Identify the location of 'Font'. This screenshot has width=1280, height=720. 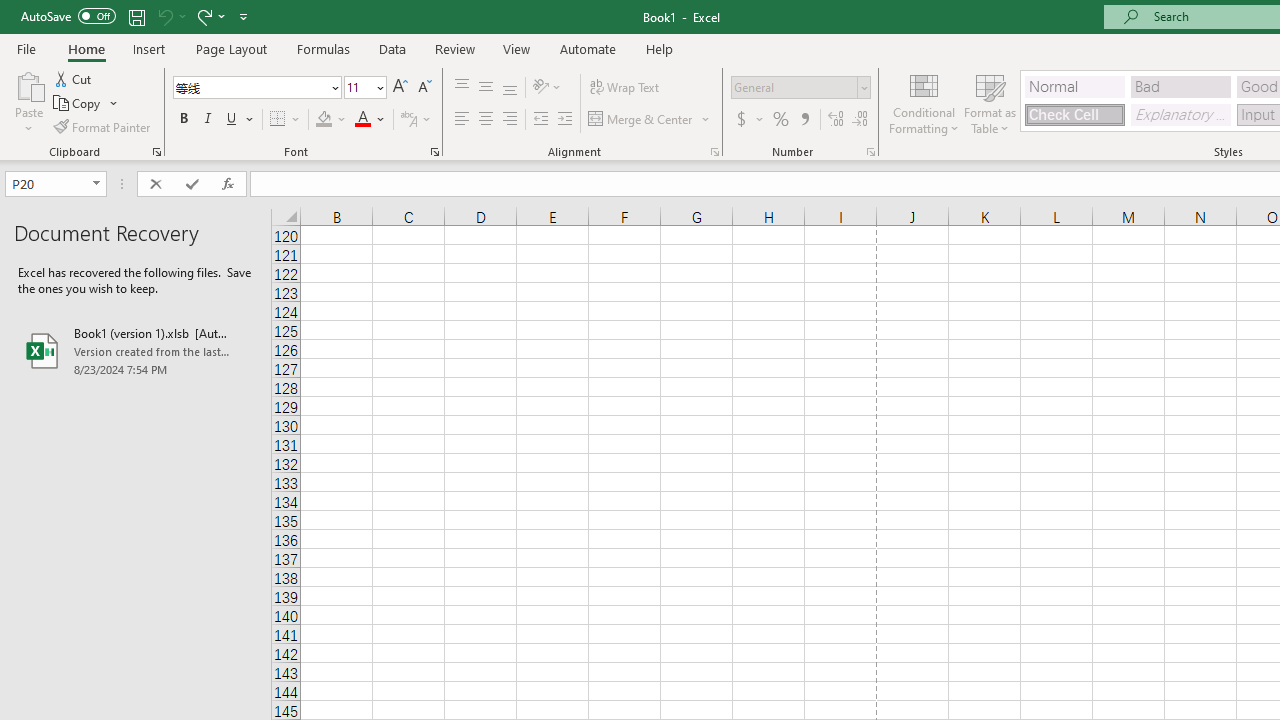
(249, 86).